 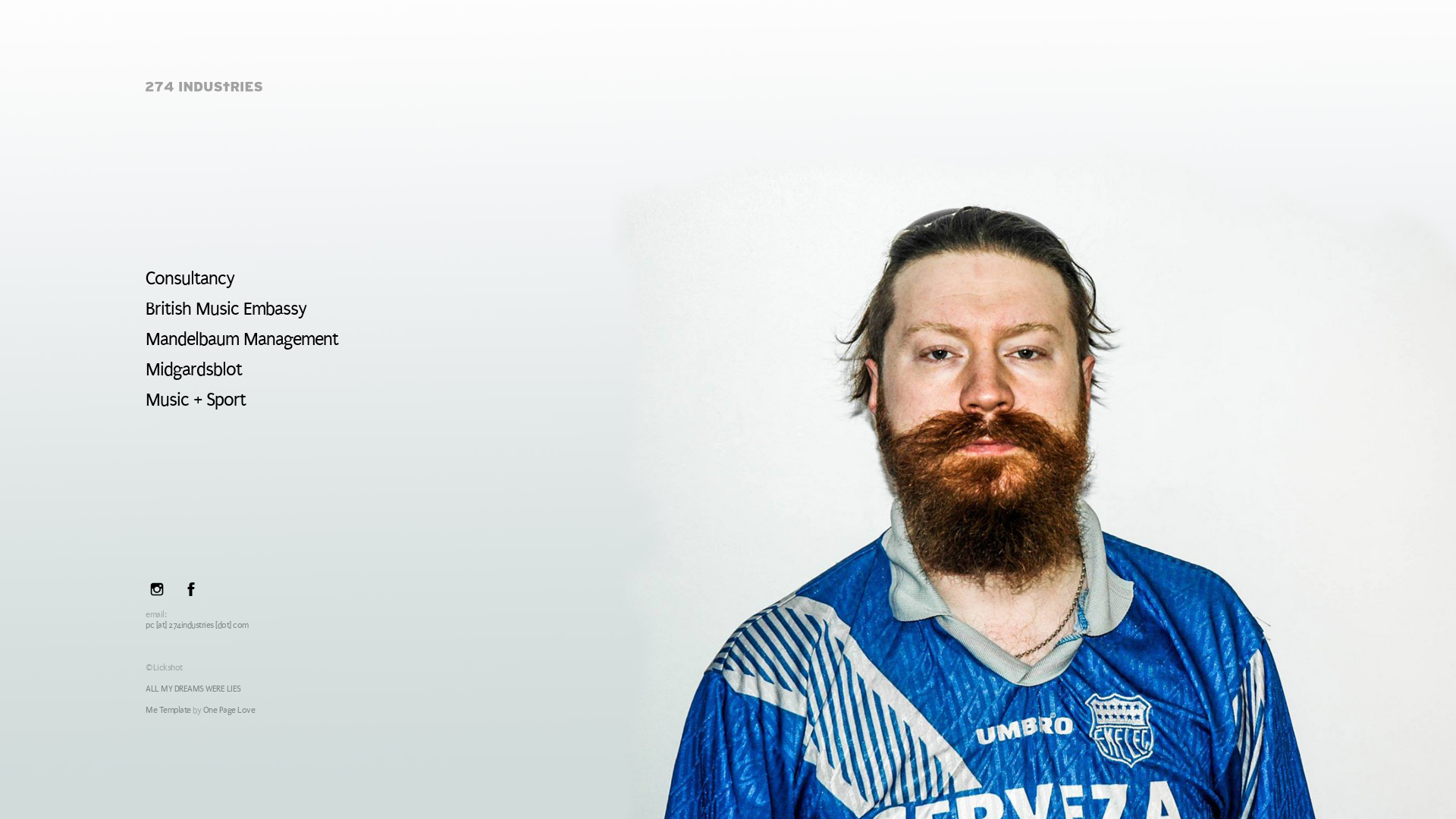 I want to click on 'Consultancy', so click(x=189, y=278).